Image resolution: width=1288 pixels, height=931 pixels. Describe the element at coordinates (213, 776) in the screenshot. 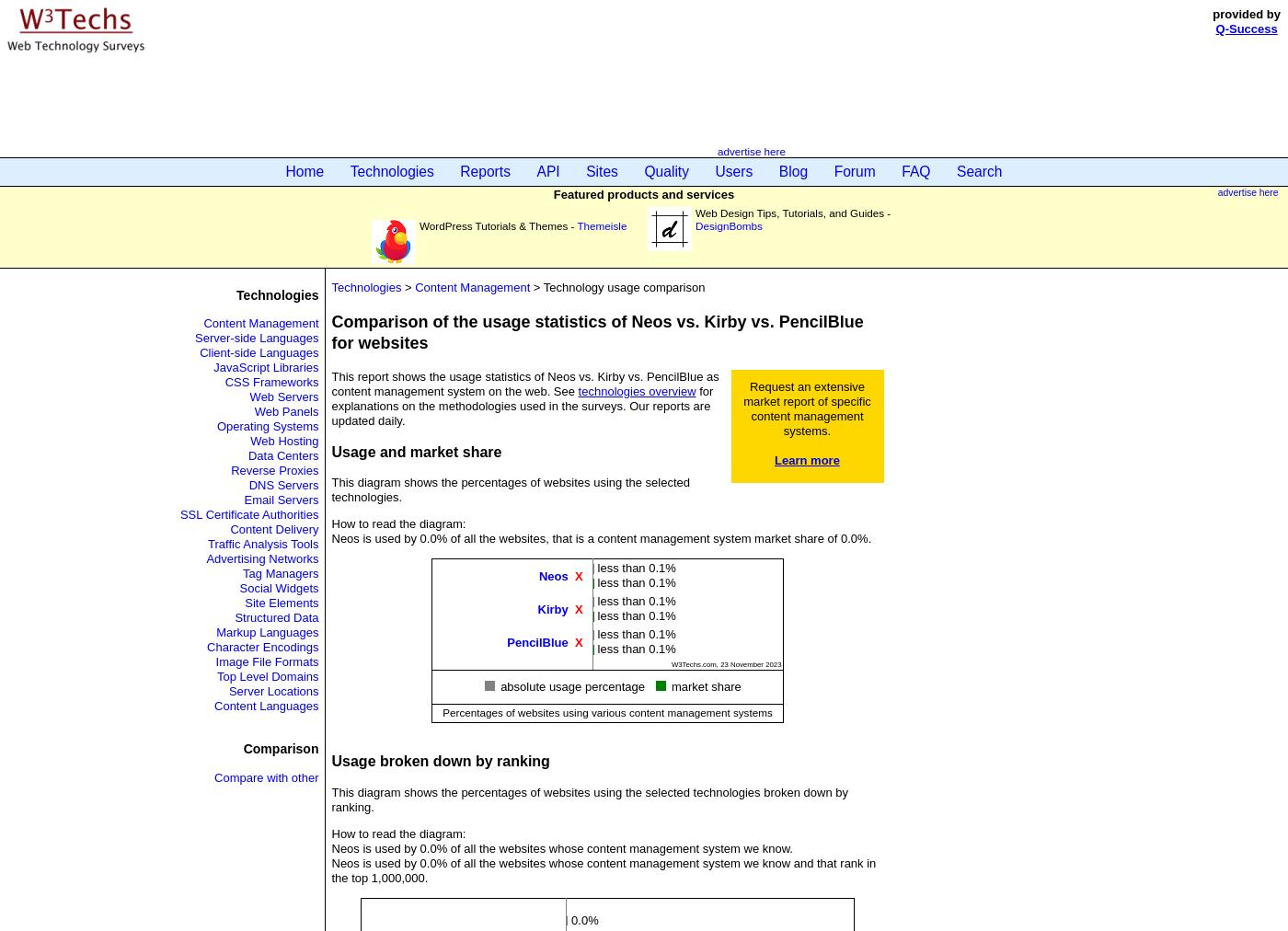

I see `'Compare with other'` at that location.